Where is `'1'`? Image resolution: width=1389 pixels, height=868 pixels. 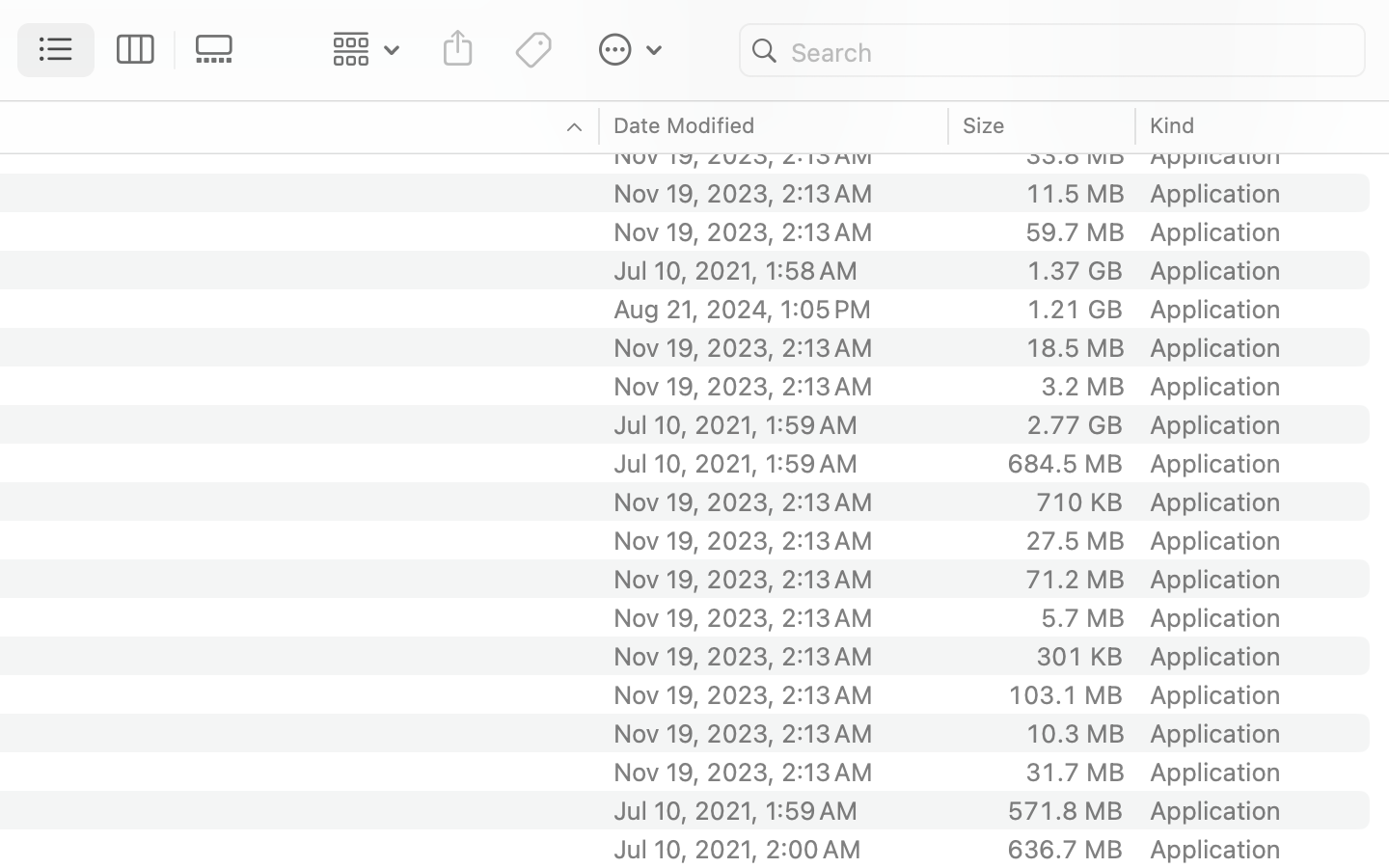
'1' is located at coordinates (56, 49).